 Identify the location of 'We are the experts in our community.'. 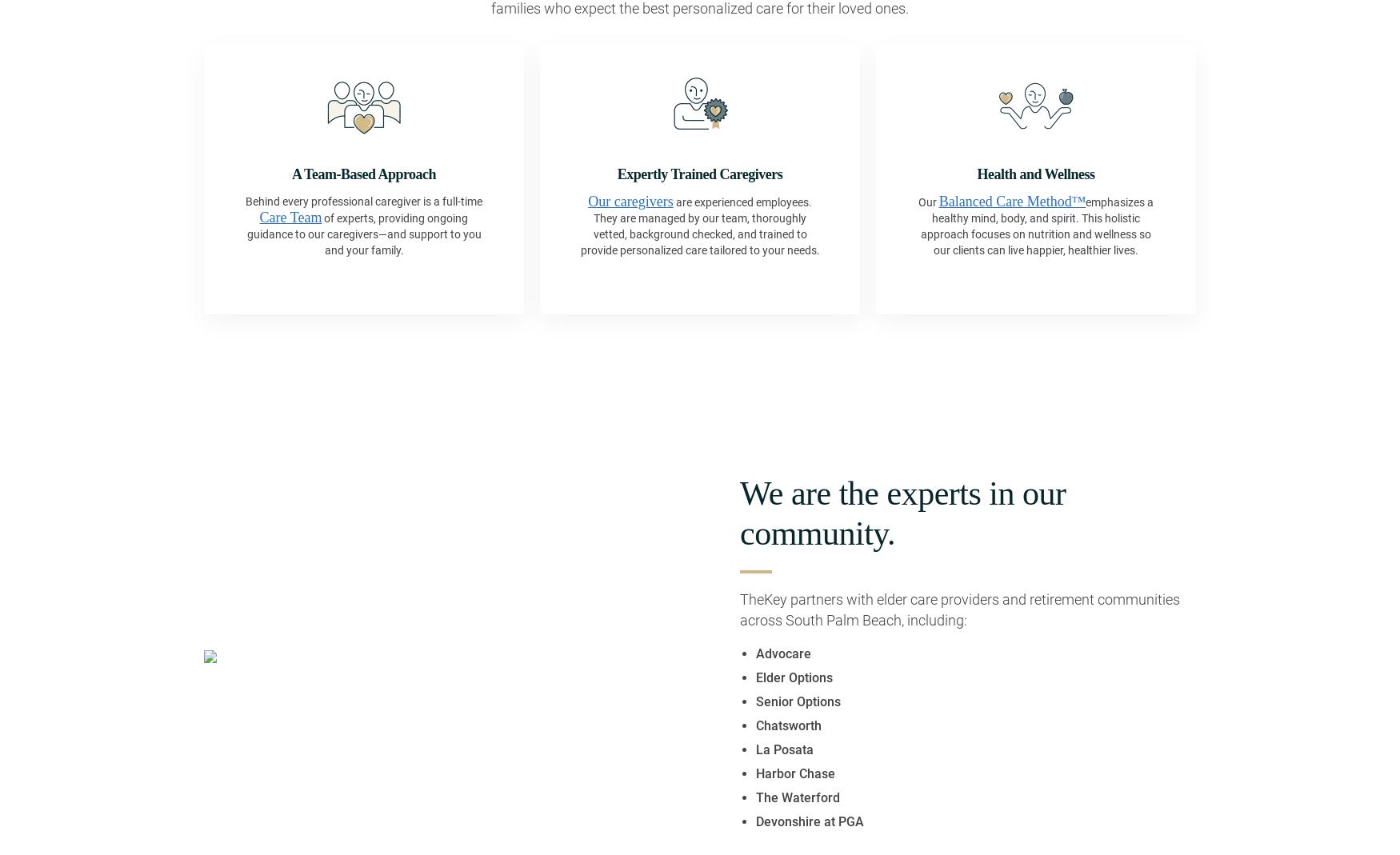
(739, 512).